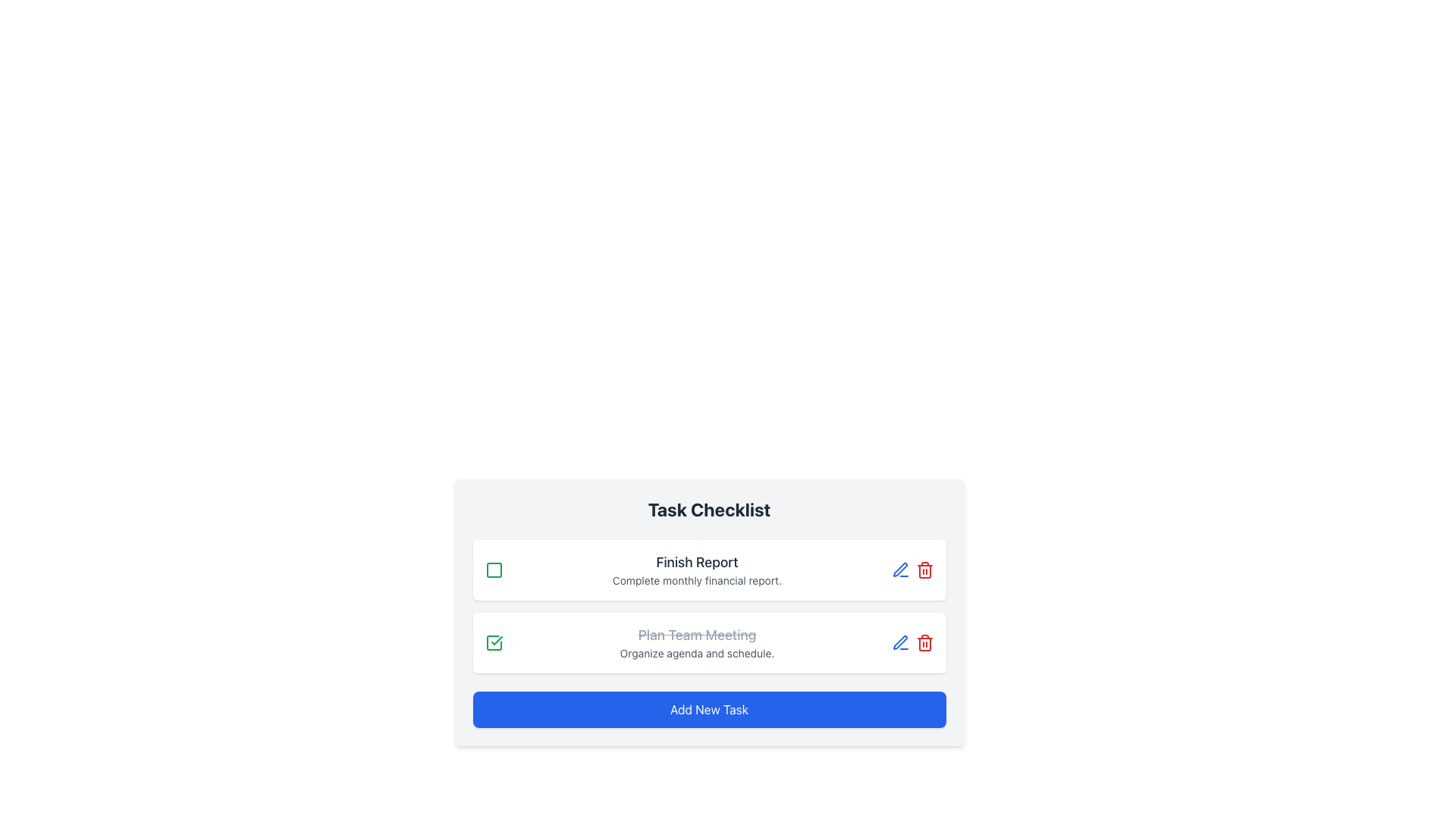  Describe the element at coordinates (696, 652) in the screenshot. I see `descriptive text element located below the strikethrough title 'Plan Team Meeting' in the second task of the checklist` at that location.